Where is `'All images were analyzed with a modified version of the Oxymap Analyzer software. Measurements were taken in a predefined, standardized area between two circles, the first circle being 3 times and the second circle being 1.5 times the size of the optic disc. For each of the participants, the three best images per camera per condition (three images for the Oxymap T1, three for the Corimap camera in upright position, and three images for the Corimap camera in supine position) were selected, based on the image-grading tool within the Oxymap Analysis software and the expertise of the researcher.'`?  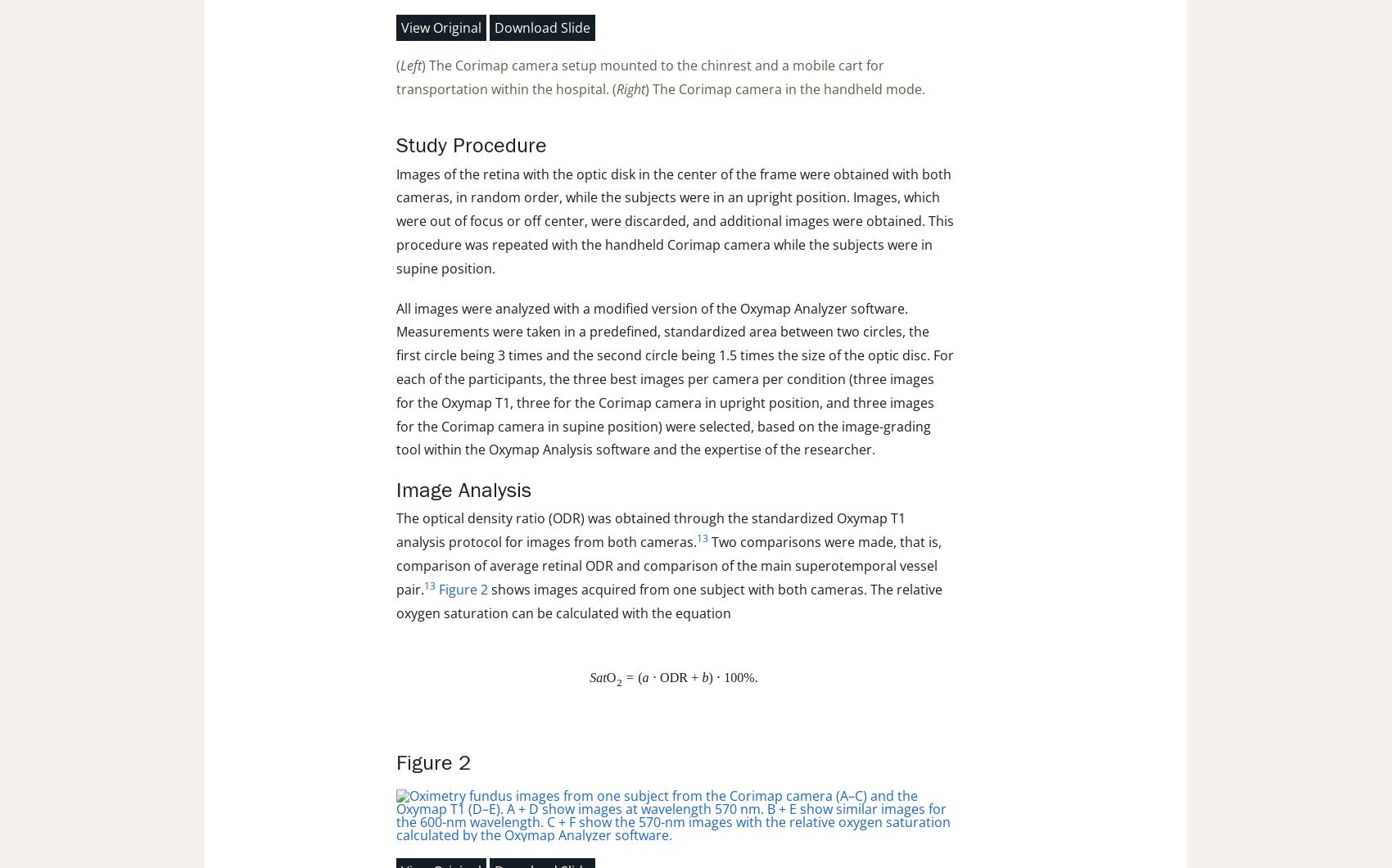 'All images were analyzed with a modified version of the Oxymap Analyzer software. Measurements were taken in a predefined, standardized area between two circles, the first circle being 3 times and the second circle being 1.5 times the size of the optic disc. For each of the participants, the three best images per camera per condition (three images for the Oxymap T1, three for the Corimap camera in upright position, and three images for the Corimap camera in supine position) were selected, based on the image-grading tool within the Oxymap Analysis software and the expertise of the researcher.' is located at coordinates (395, 377).